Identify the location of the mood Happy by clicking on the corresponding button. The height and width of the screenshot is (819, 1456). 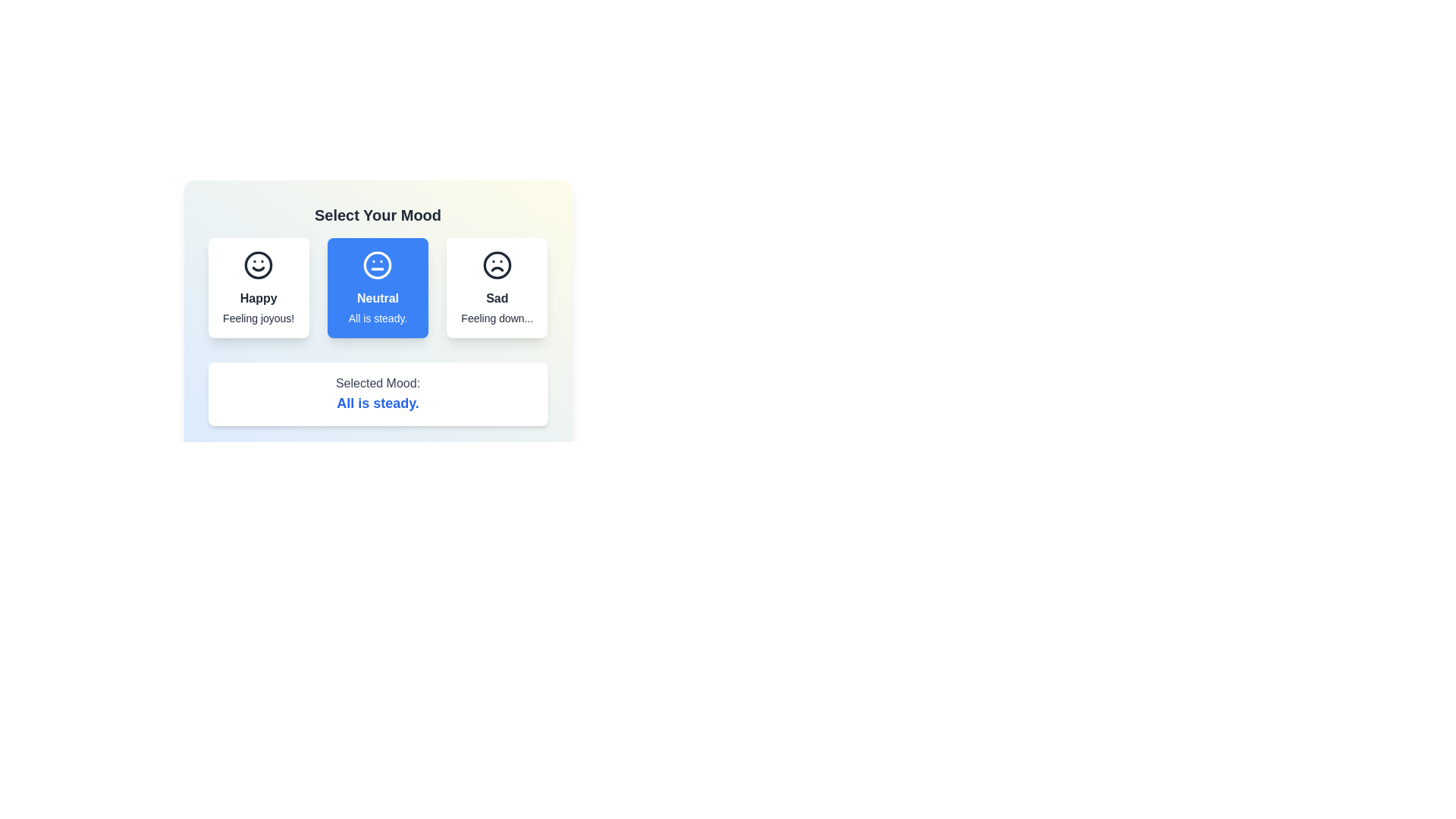
(258, 288).